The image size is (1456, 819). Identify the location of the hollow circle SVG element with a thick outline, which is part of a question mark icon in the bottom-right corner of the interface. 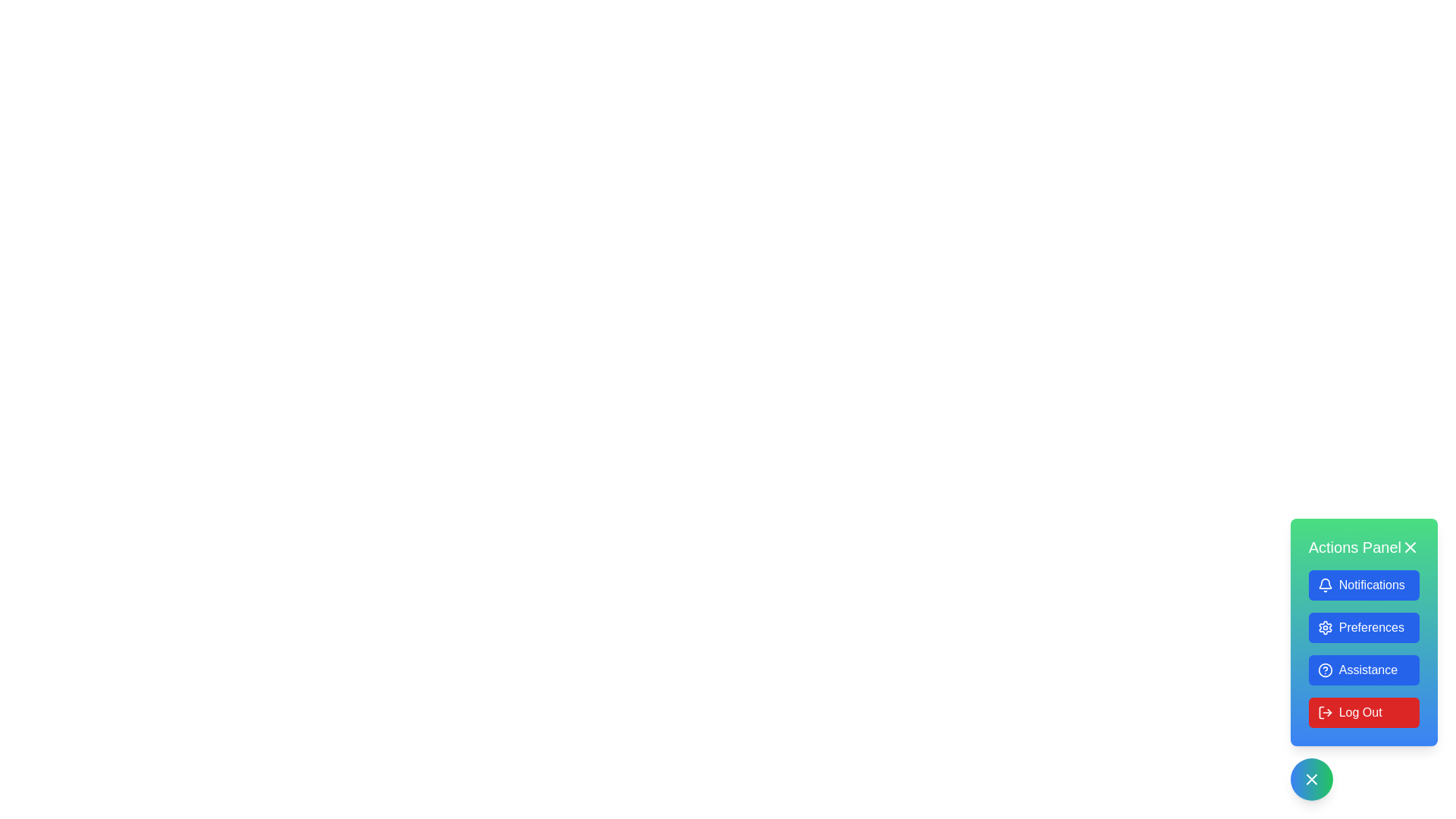
(1324, 669).